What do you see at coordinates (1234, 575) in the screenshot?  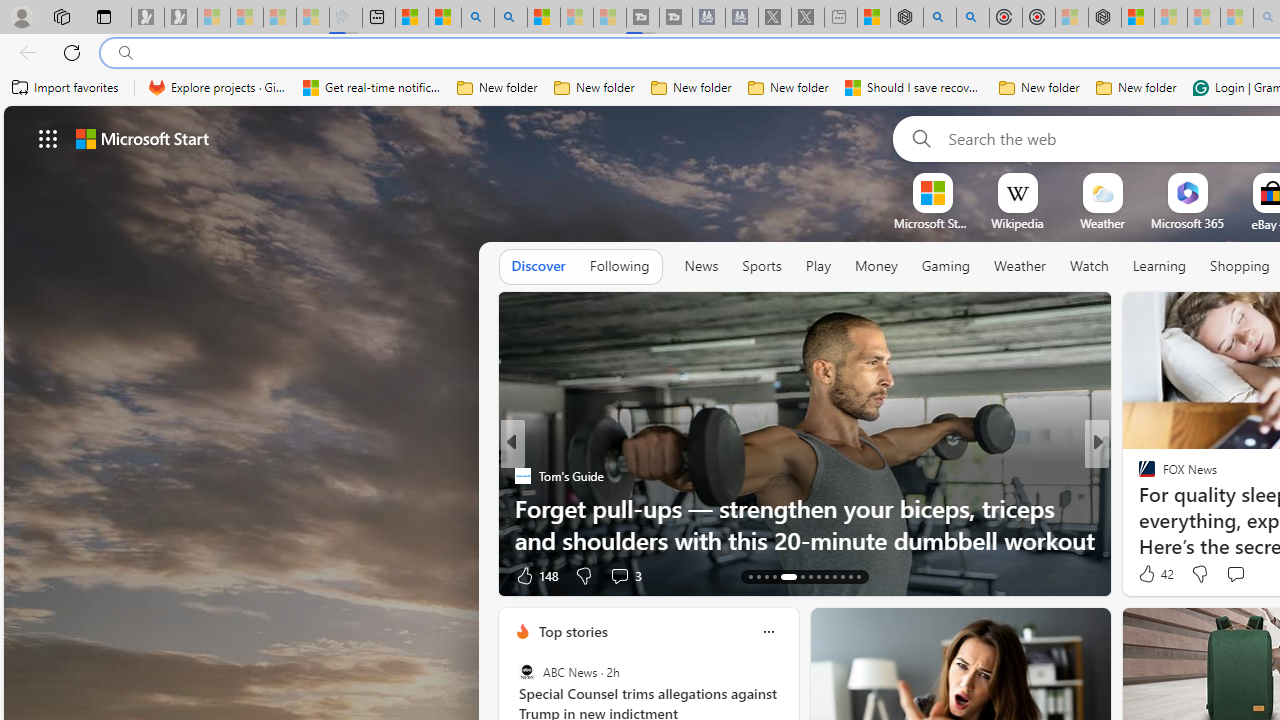 I see `'View comments 8 Comment'` at bounding box center [1234, 575].